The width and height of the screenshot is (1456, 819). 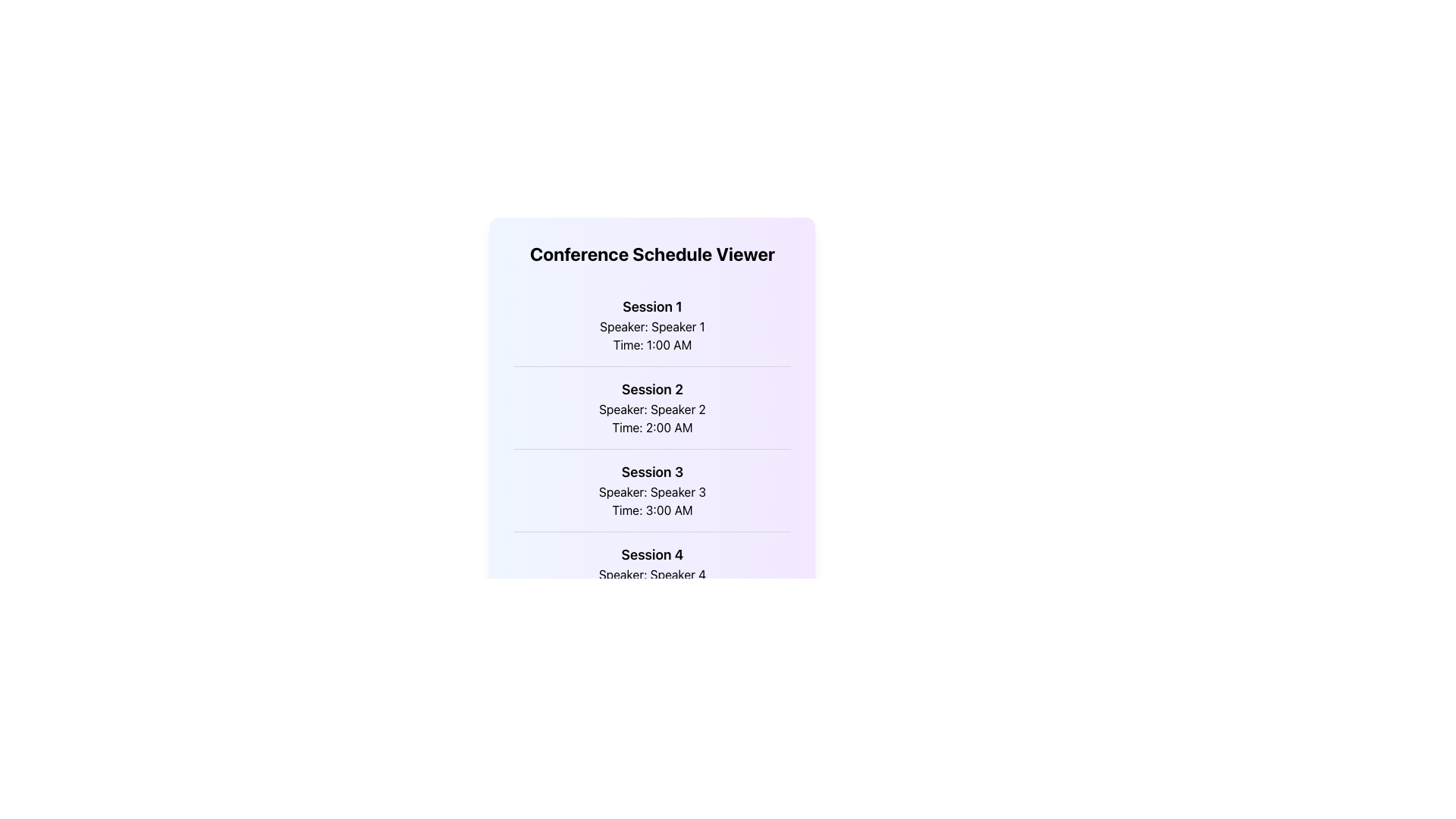 What do you see at coordinates (652, 573) in the screenshot?
I see `the static text display for 'Session 4', which shows details including 'Speaker: Speaker 4' and 'Time: 4:00 AM', positioned in the center-bottom portion of the visible list of session entries` at bounding box center [652, 573].